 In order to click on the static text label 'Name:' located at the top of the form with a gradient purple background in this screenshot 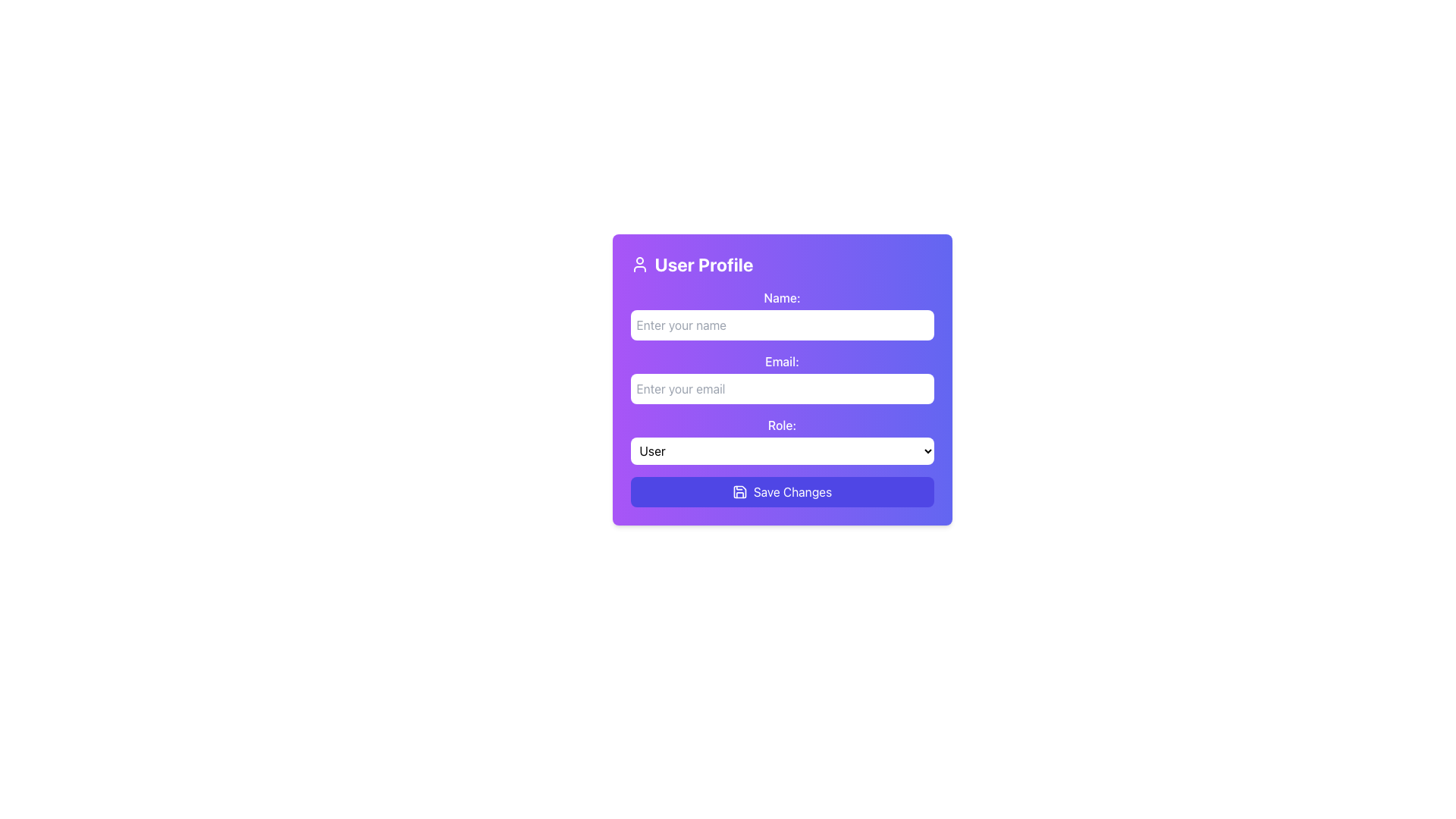, I will do `click(782, 314)`.